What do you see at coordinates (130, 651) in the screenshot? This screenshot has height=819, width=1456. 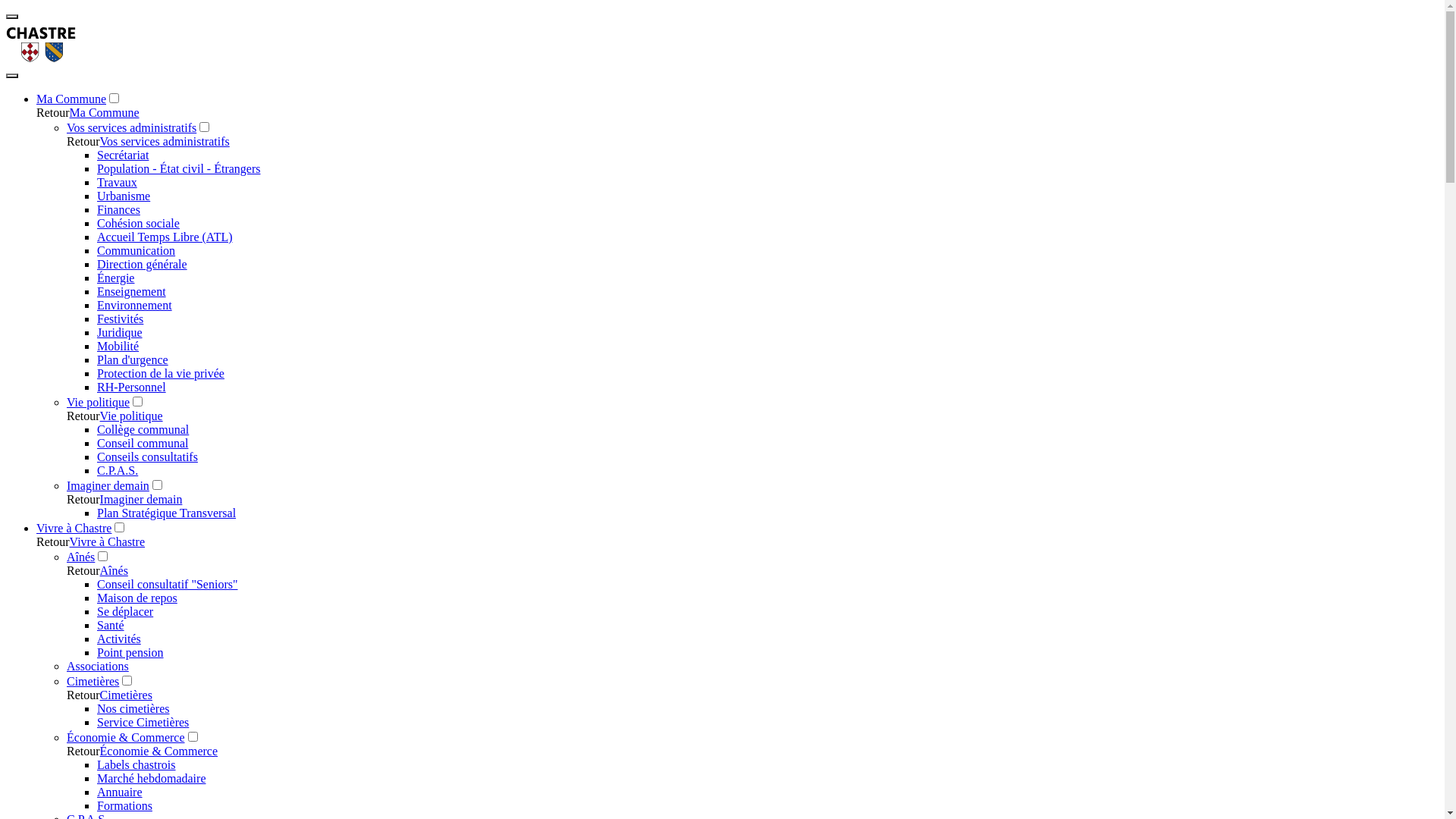 I see `'Point pension'` at bounding box center [130, 651].